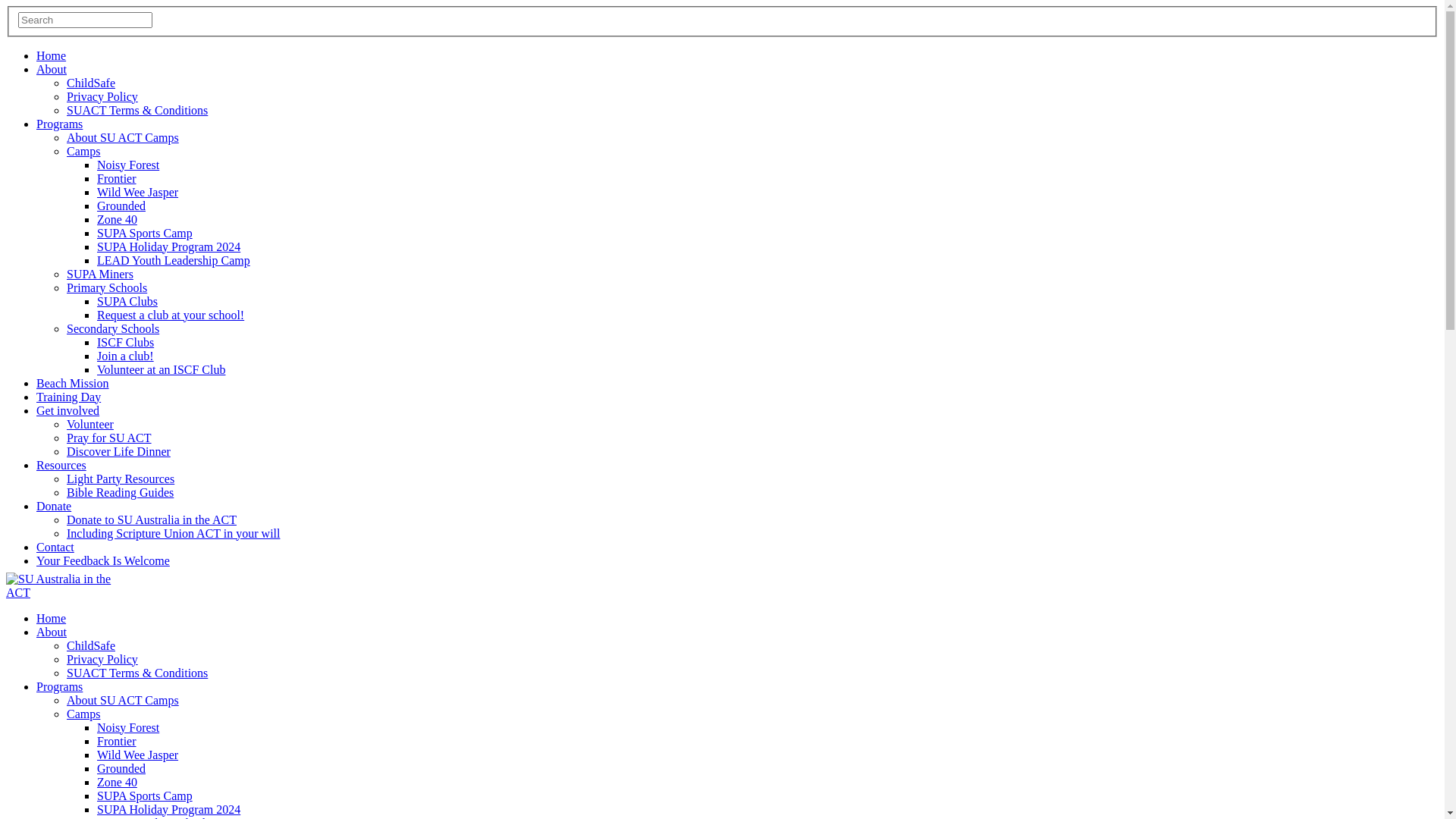  What do you see at coordinates (36, 547) in the screenshot?
I see `'Contact'` at bounding box center [36, 547].